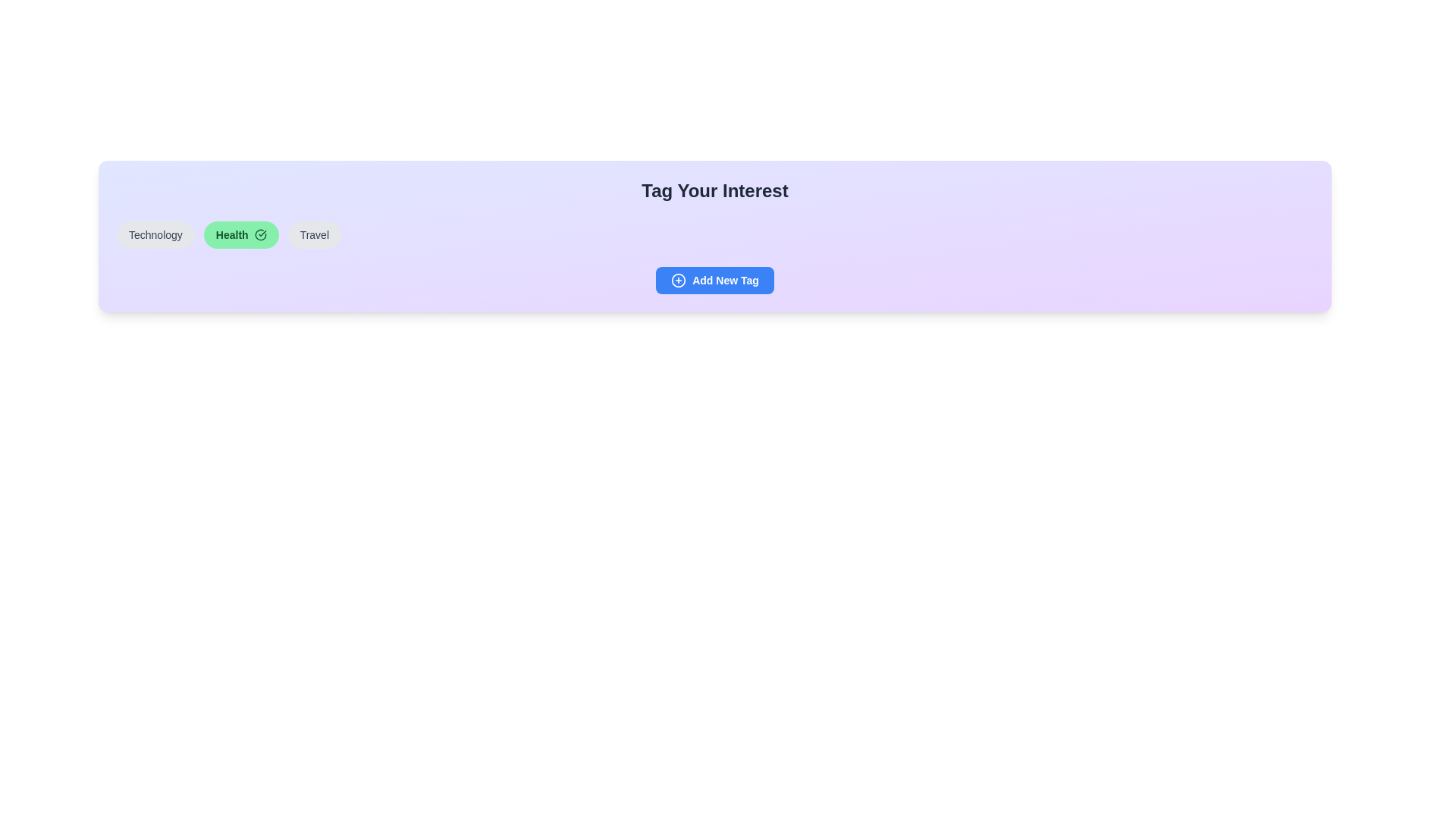 The height and width of the screenshot is (819, 1456). What do you see at coordinates (714, 281) in the screenshot?
I see `the 'Add New Tag' button, which has a blue background and white text` at bounding box center [714, 281].